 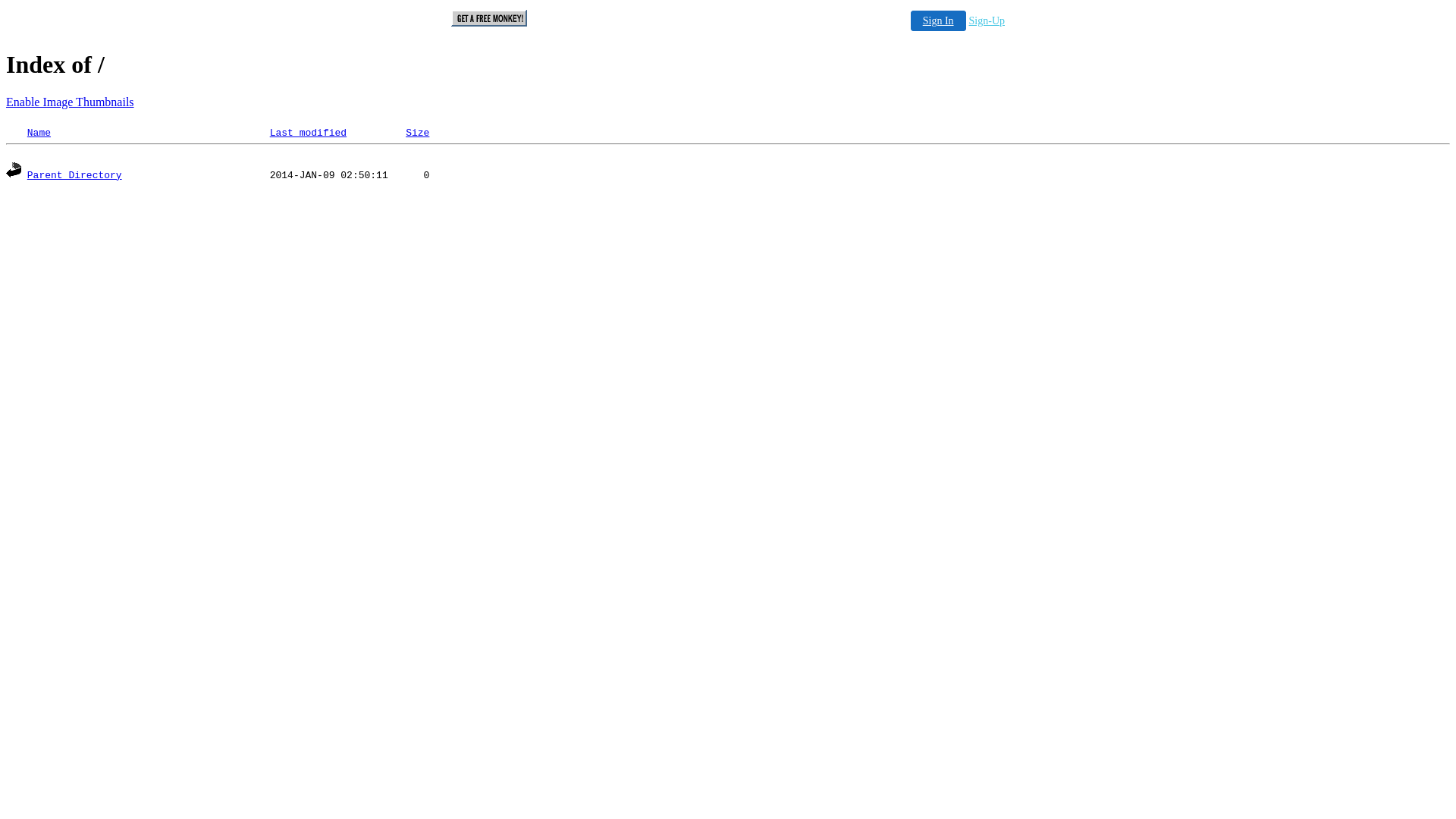 I want to click on 'Parent Directory', so click(x=74, y=174).